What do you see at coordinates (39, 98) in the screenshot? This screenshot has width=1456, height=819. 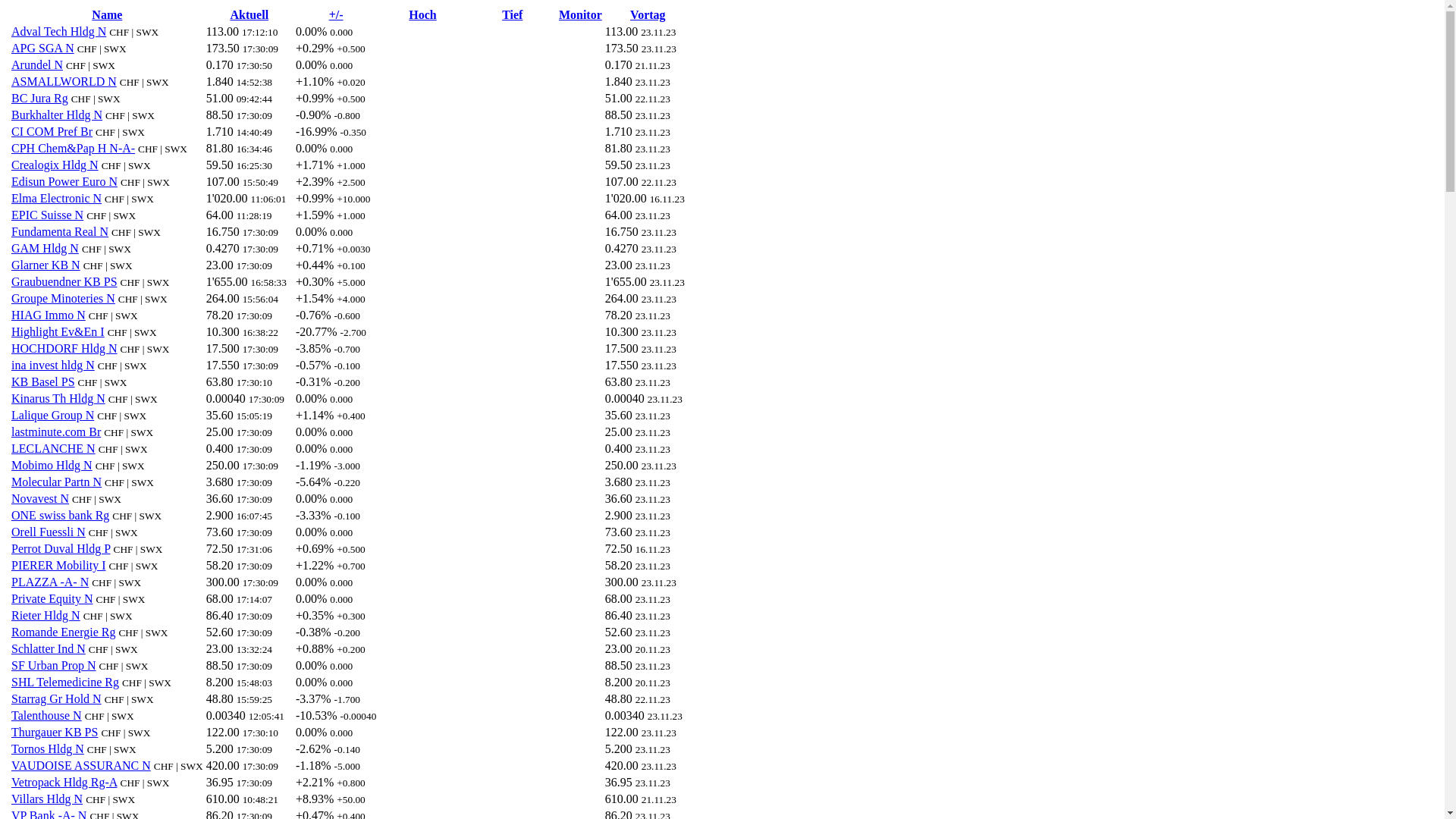 I see `'BC Jura Rg'` at bounding box center [39, 98].